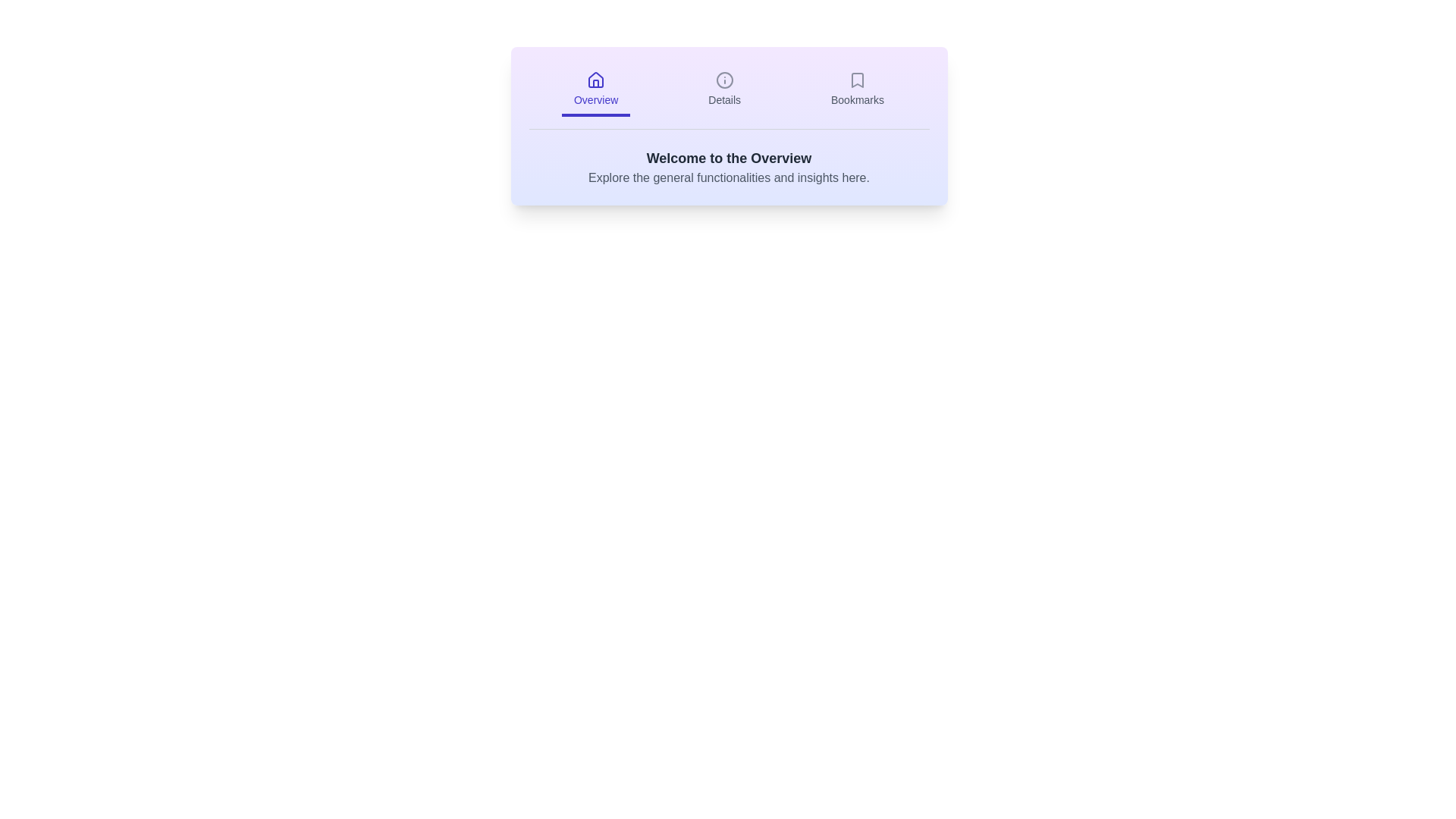 The width and height of the screenshot is (1456, 819). I want to click on the 'Overview' text label located directly below the house icon in the top-left navigation bar, so click(595, 99).